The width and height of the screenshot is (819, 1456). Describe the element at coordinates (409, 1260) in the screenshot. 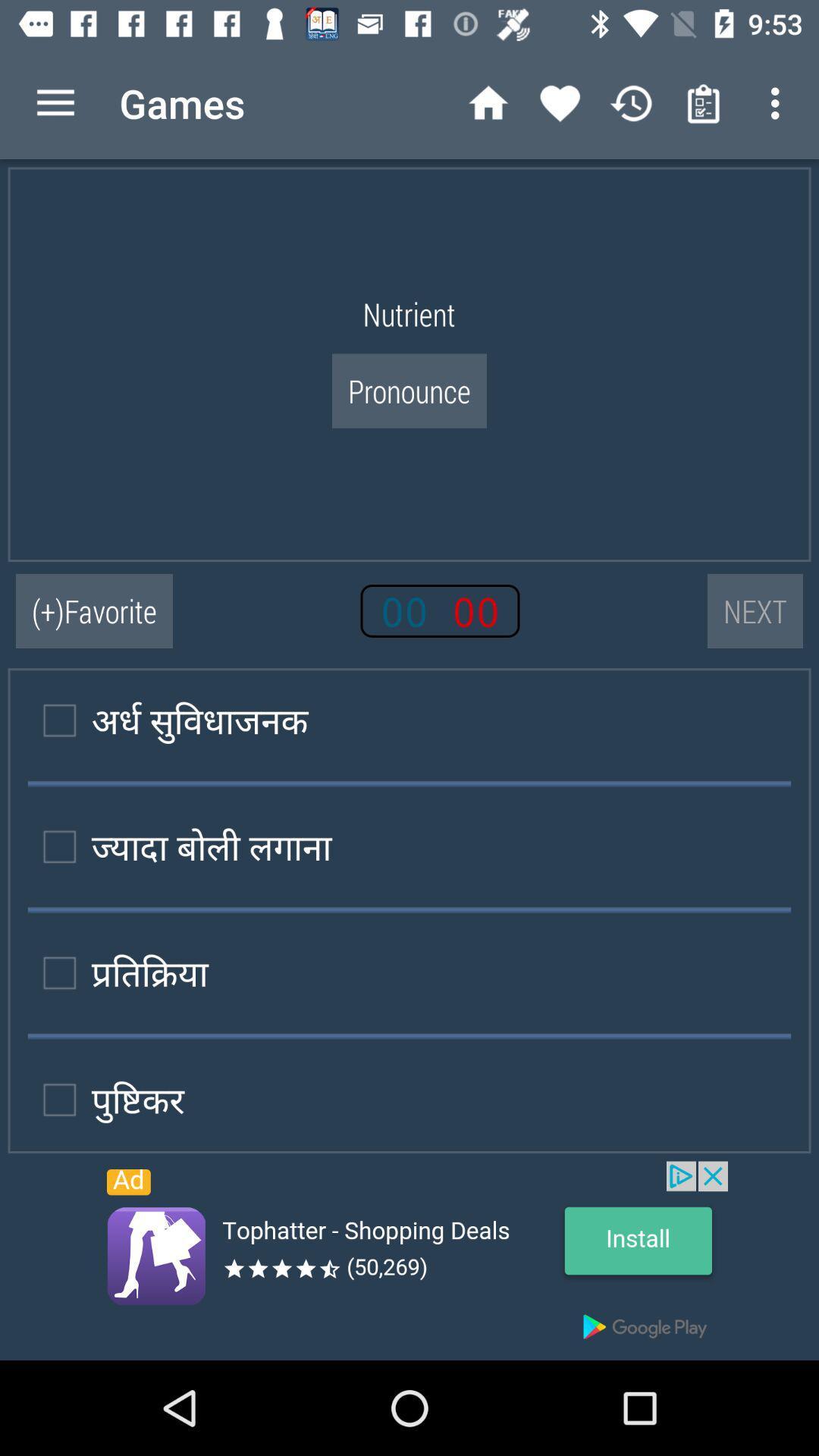

I see `open advertisement` at that location.